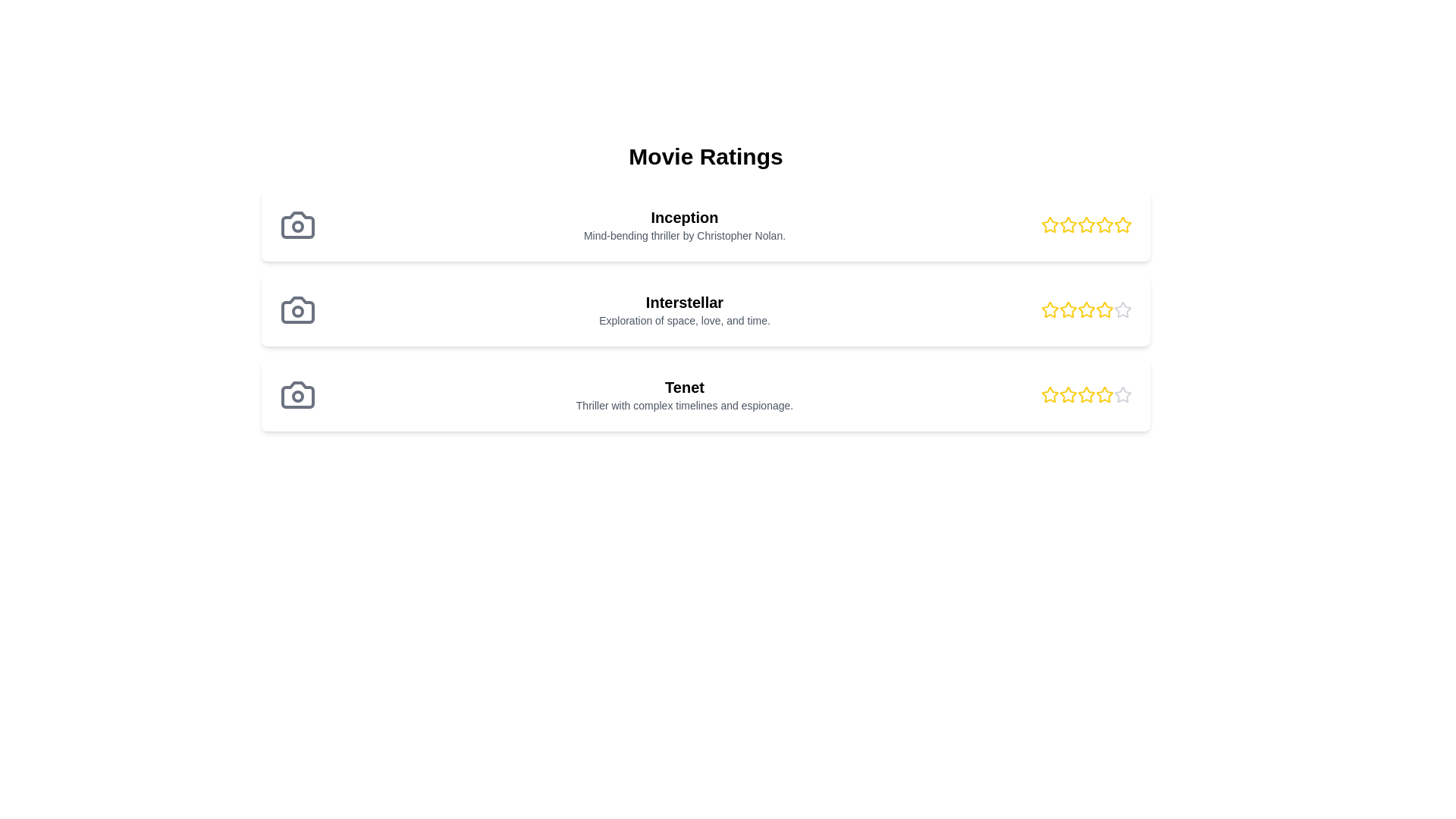 Image resolution: width=1456 pixels, height=819 pixels. What do you see at coordinates (1123, 309) in the screenshot?
I see `the fifth star-shaped icon in the star rating element for the 'Interstellar' movie` at bounding box center [1123, 309].